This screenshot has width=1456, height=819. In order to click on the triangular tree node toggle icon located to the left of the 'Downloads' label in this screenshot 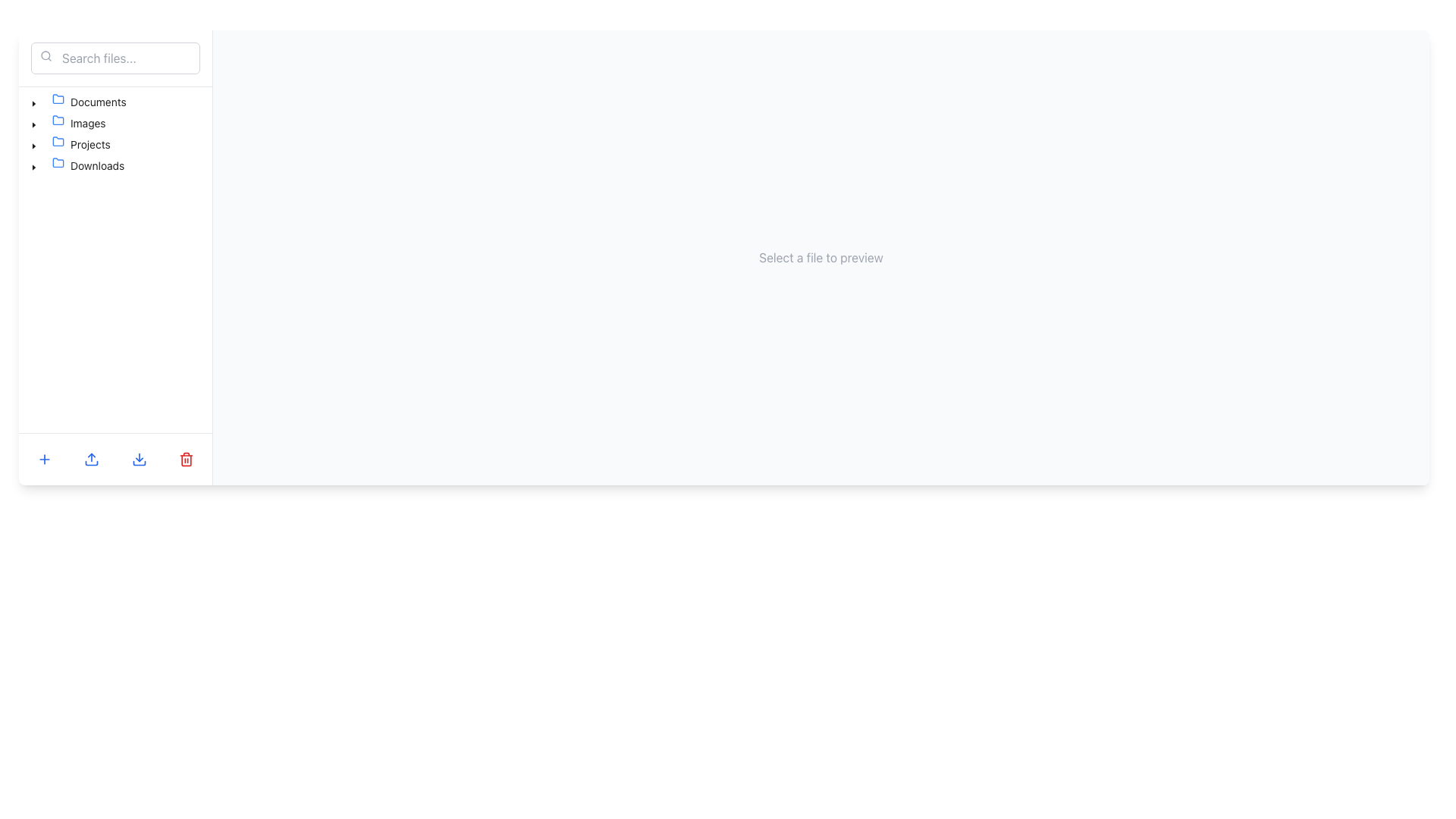, I will do `click(33, 166)`.